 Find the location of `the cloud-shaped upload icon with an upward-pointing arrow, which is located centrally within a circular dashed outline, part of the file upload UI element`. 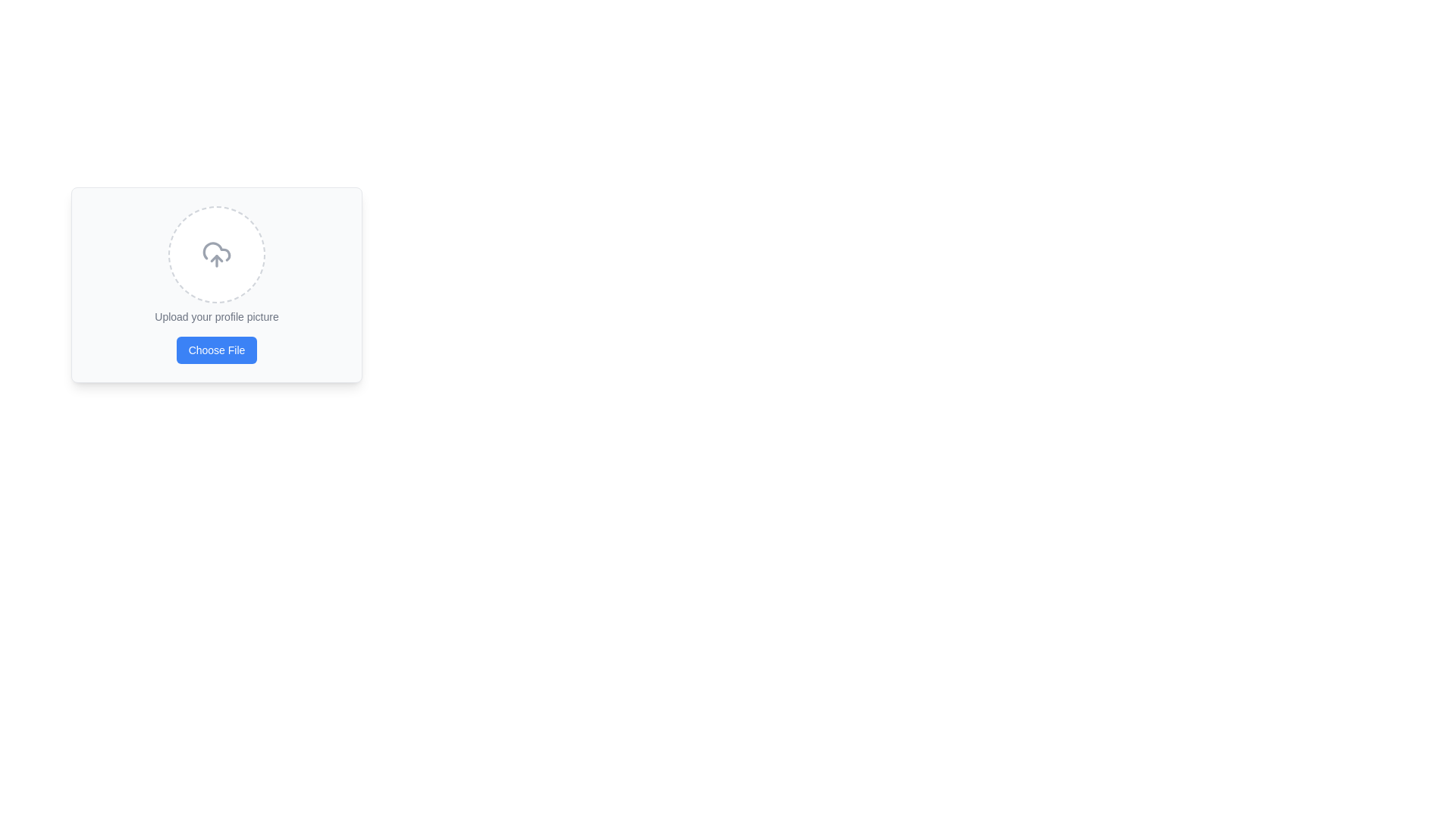

the cloud-shaped upload icon with an upward-pointing arrow, which is located centrally within a circular dashed outline, part of the file upload UI element is located at coordinates (215, 253).